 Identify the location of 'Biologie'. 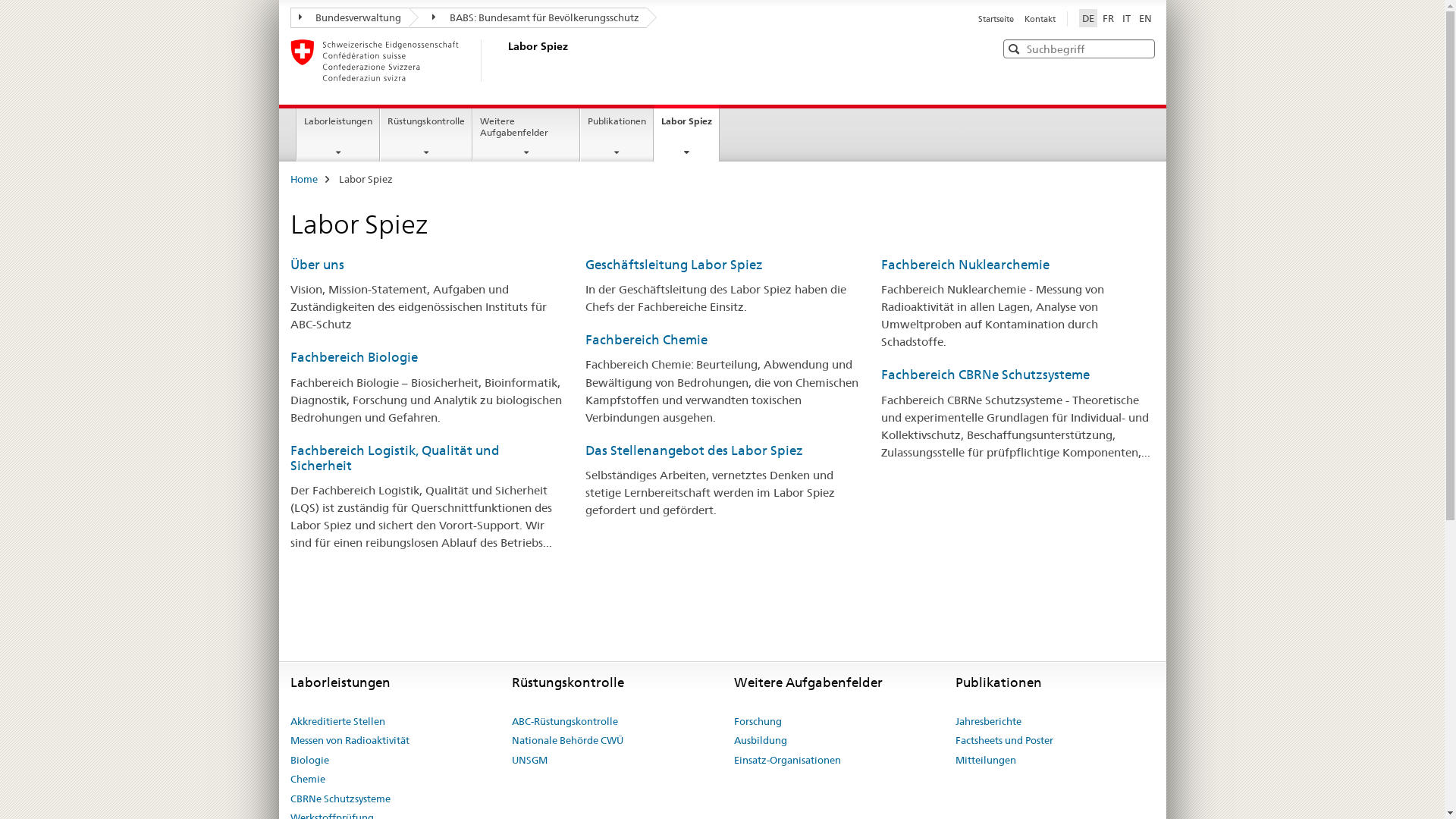
(308, 760).